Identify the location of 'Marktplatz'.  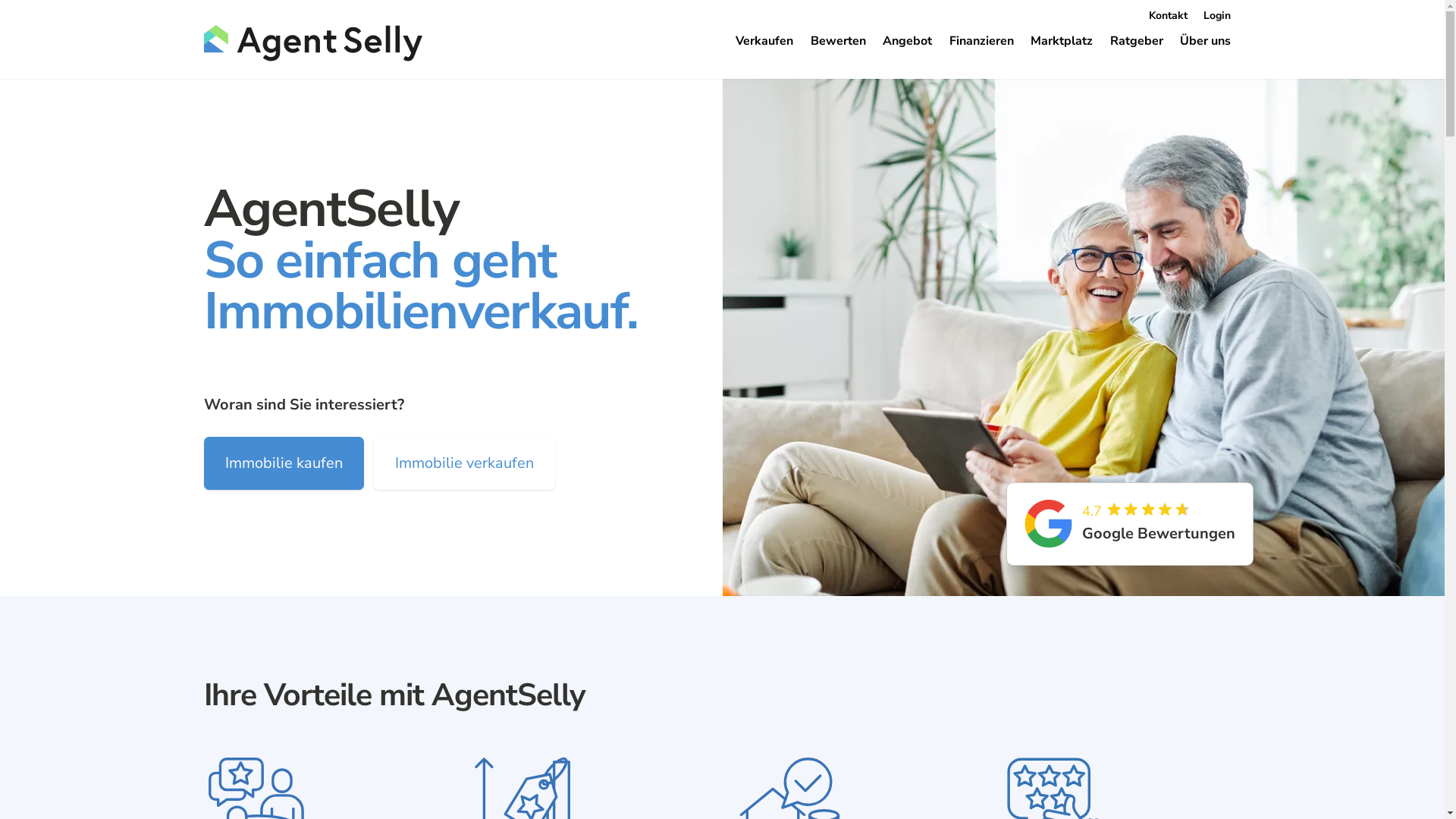
(1061, 40).